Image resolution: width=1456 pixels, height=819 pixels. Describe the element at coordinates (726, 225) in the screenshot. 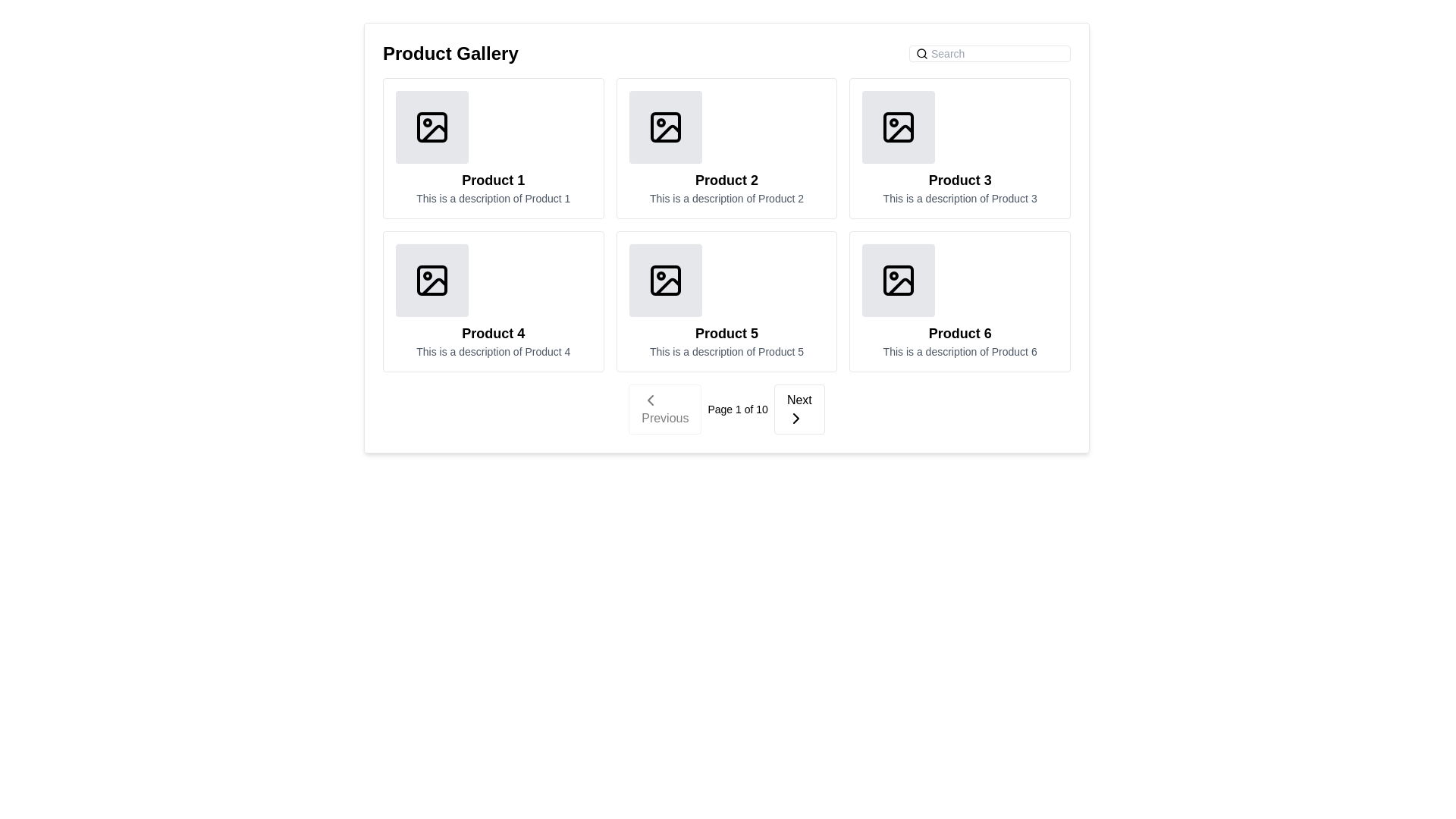

I see `the product card in the grid layout of the 'Product Gallery'` at that location.